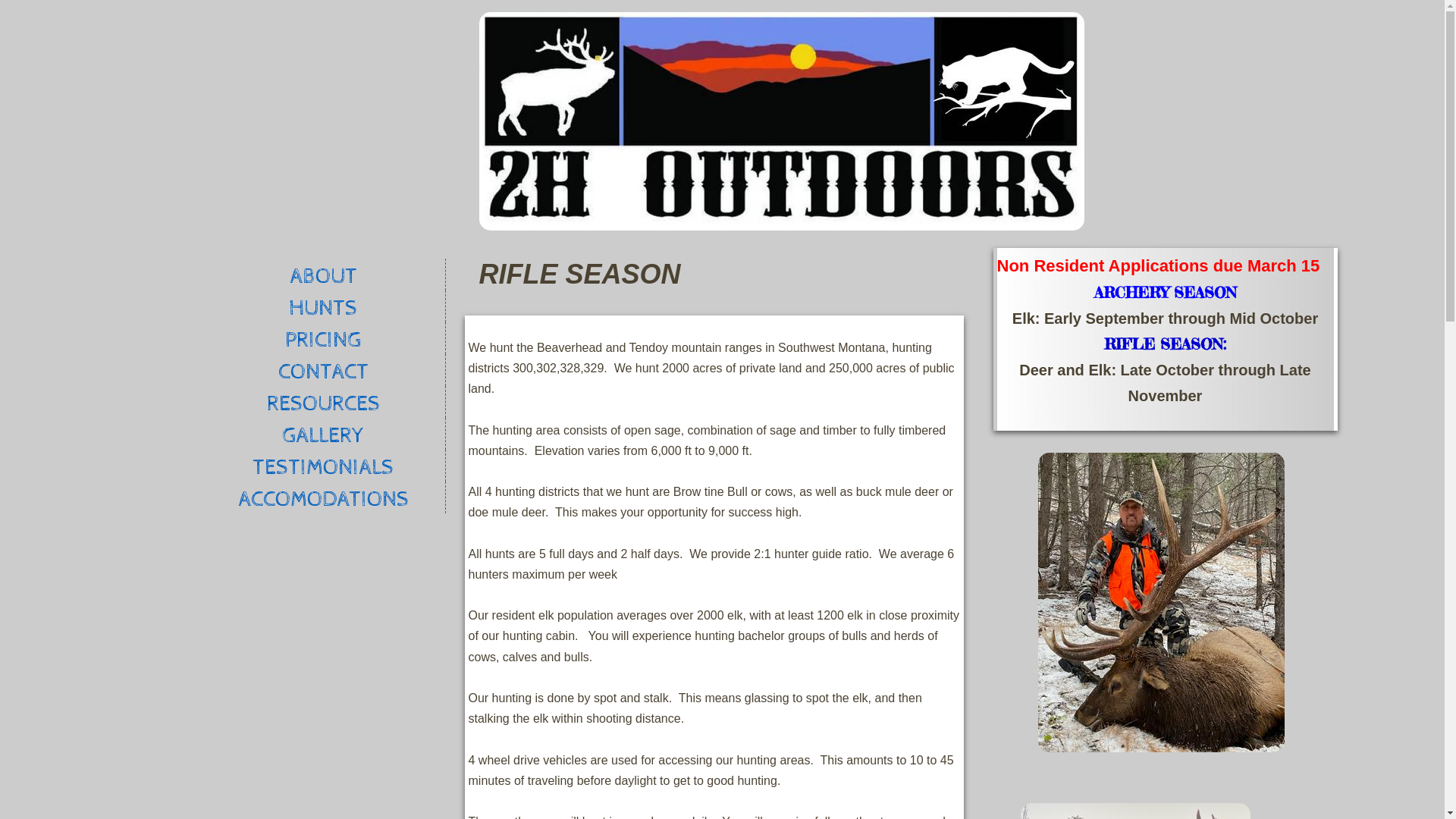 This screenshot has height=819, width=1456. Describe the element at coordinates (323, 306) in the screenshot. I see `'HUNTS'` at that location.